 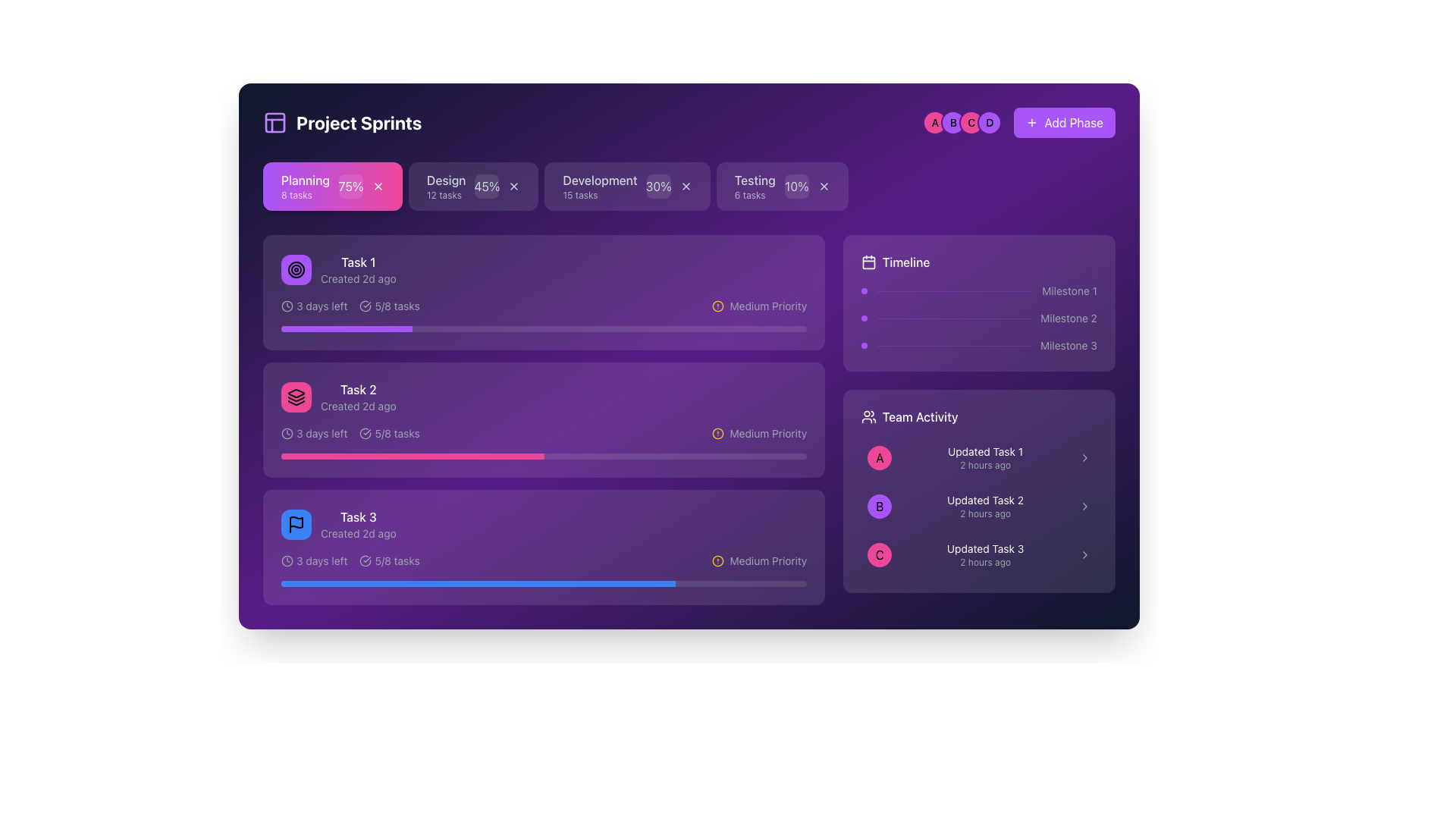 What do you see at coordinates (755, 180) in the screenshot?
I see `the Text label displaying 'Testing' which is styled in white text on a purple background, positioned as the fourth label in a horizontal row of progress phases` at bounding box center [755, 180].